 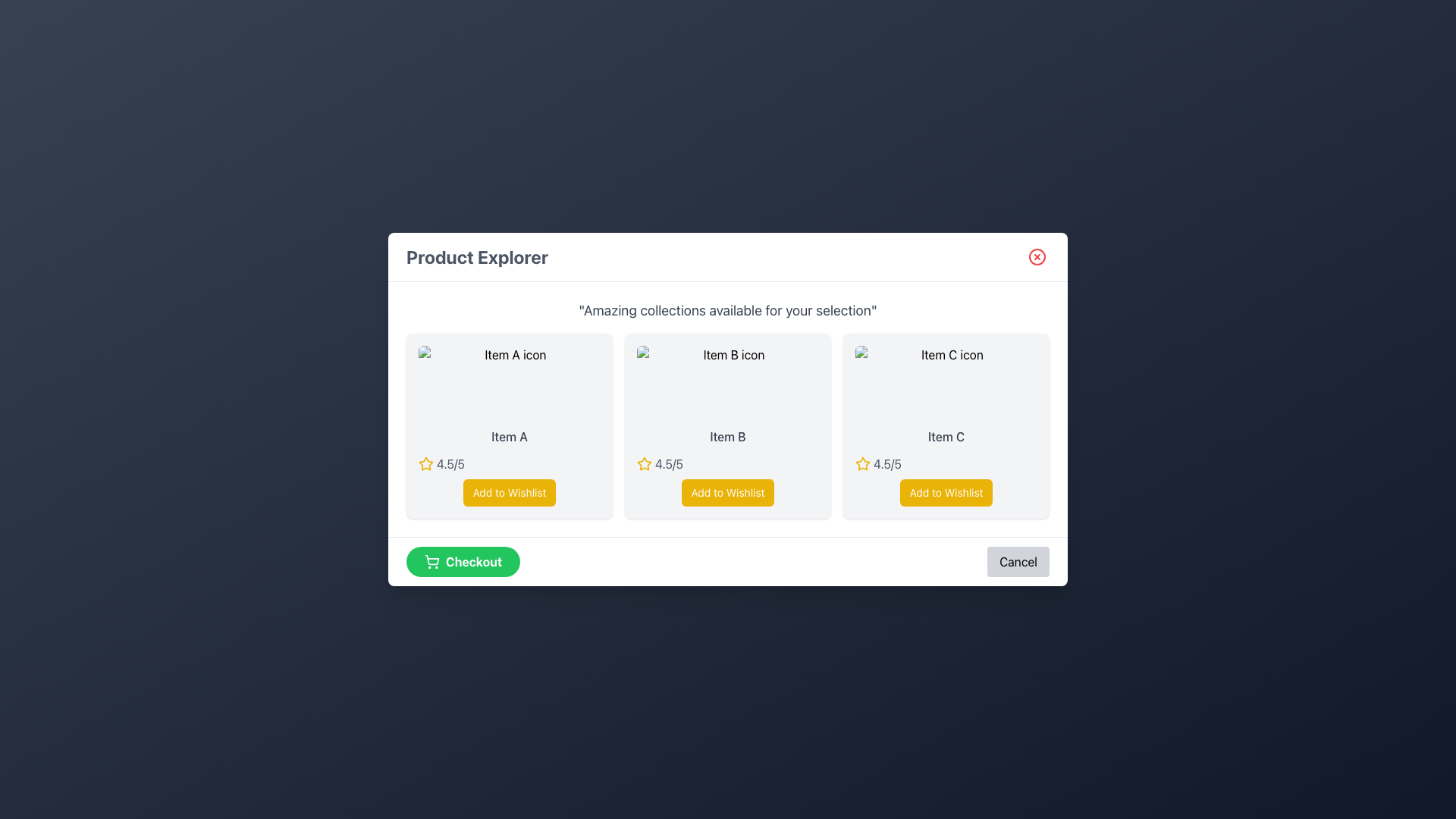 I want to click on the red circular button with an 'X' icon located in the top-right corner of the dialog box, so click(x=1037, y=256).